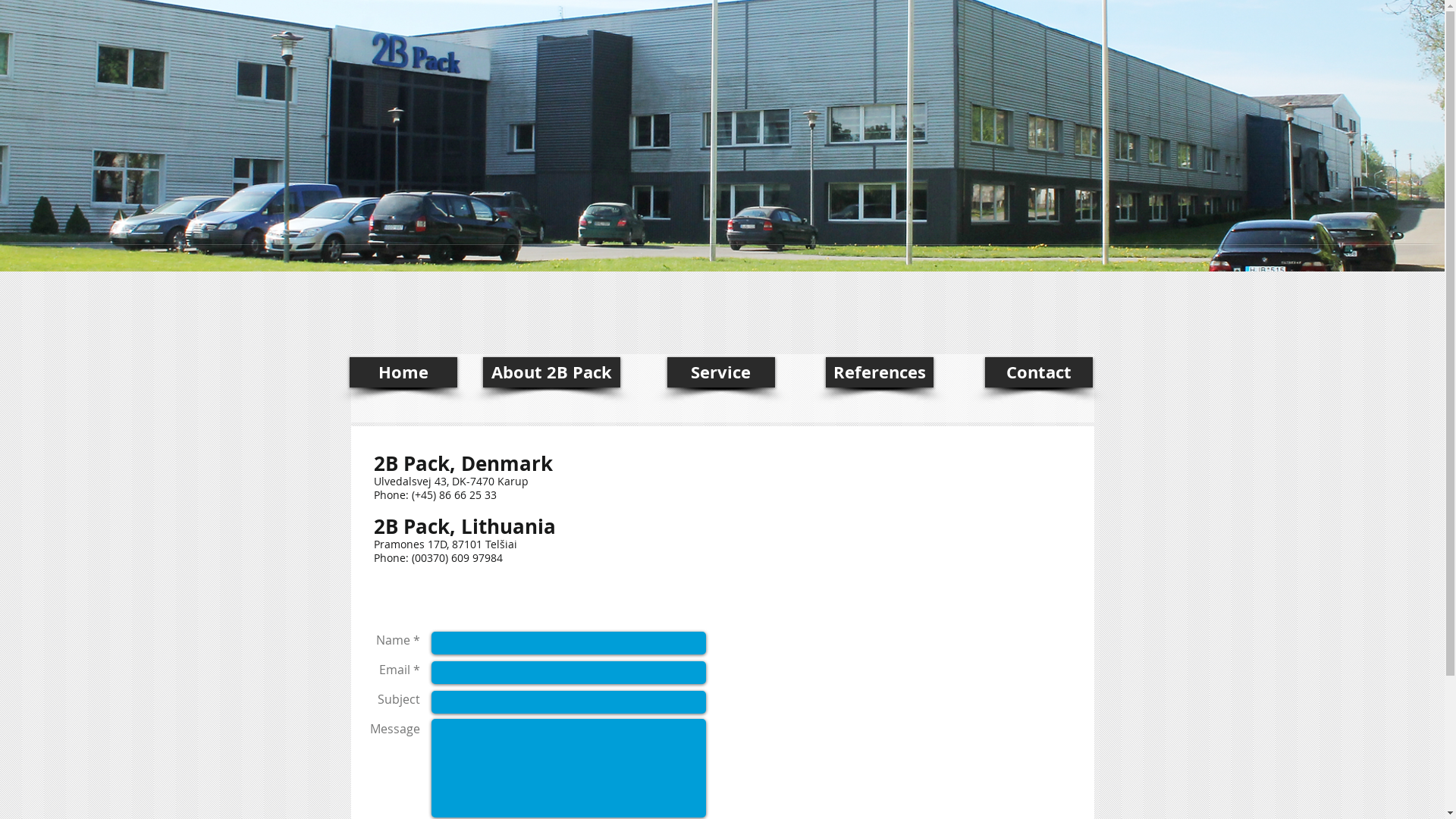  What do you see at coordinates (878, 372) in the screenshot?
I see `'References'` at bounding box center [878, 372].